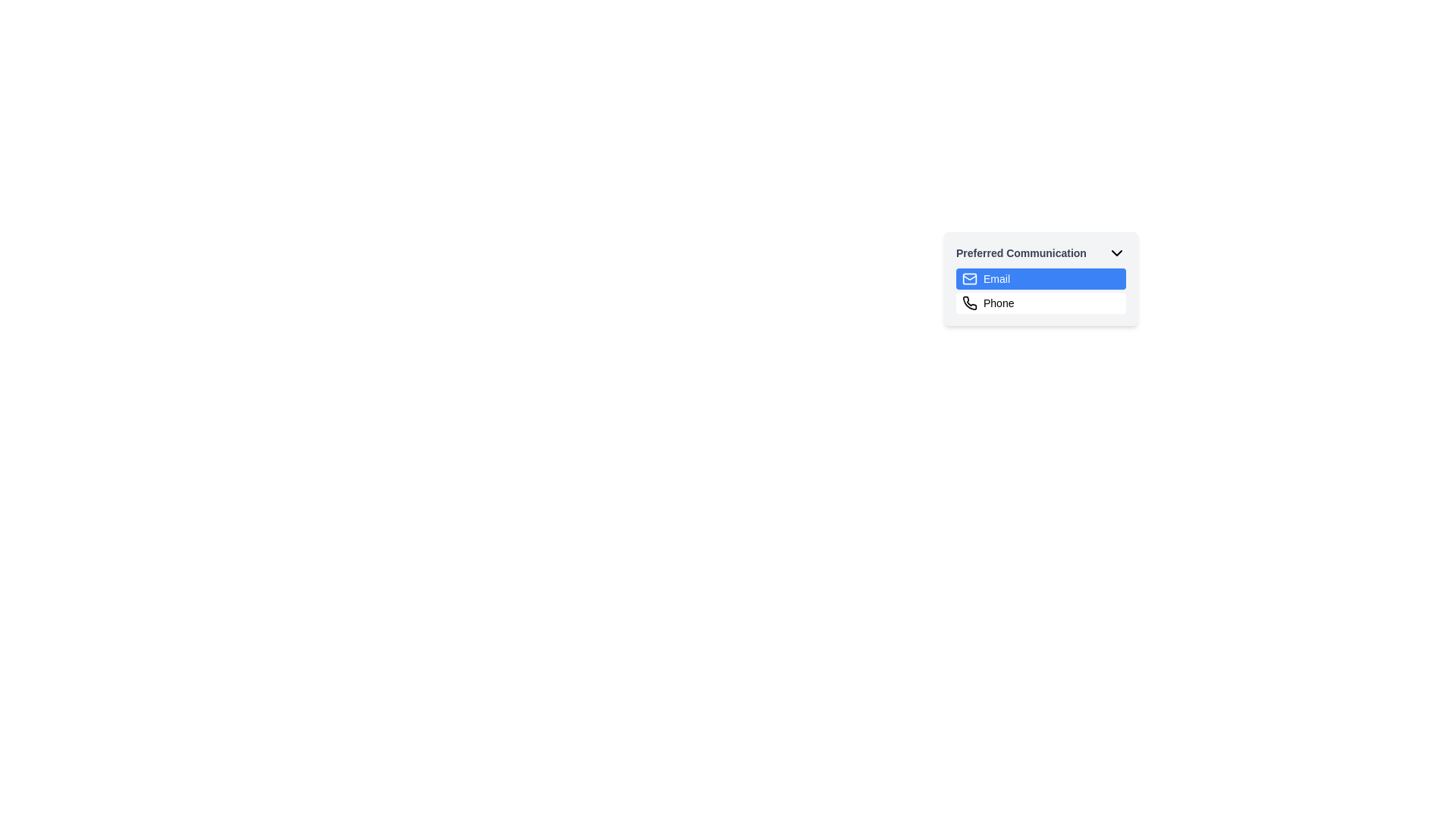 The image size is (1456, 819). I want to click on the 'Phone' icon located in the dropdown menu under 'Preferred Communication', so click(968, 303).